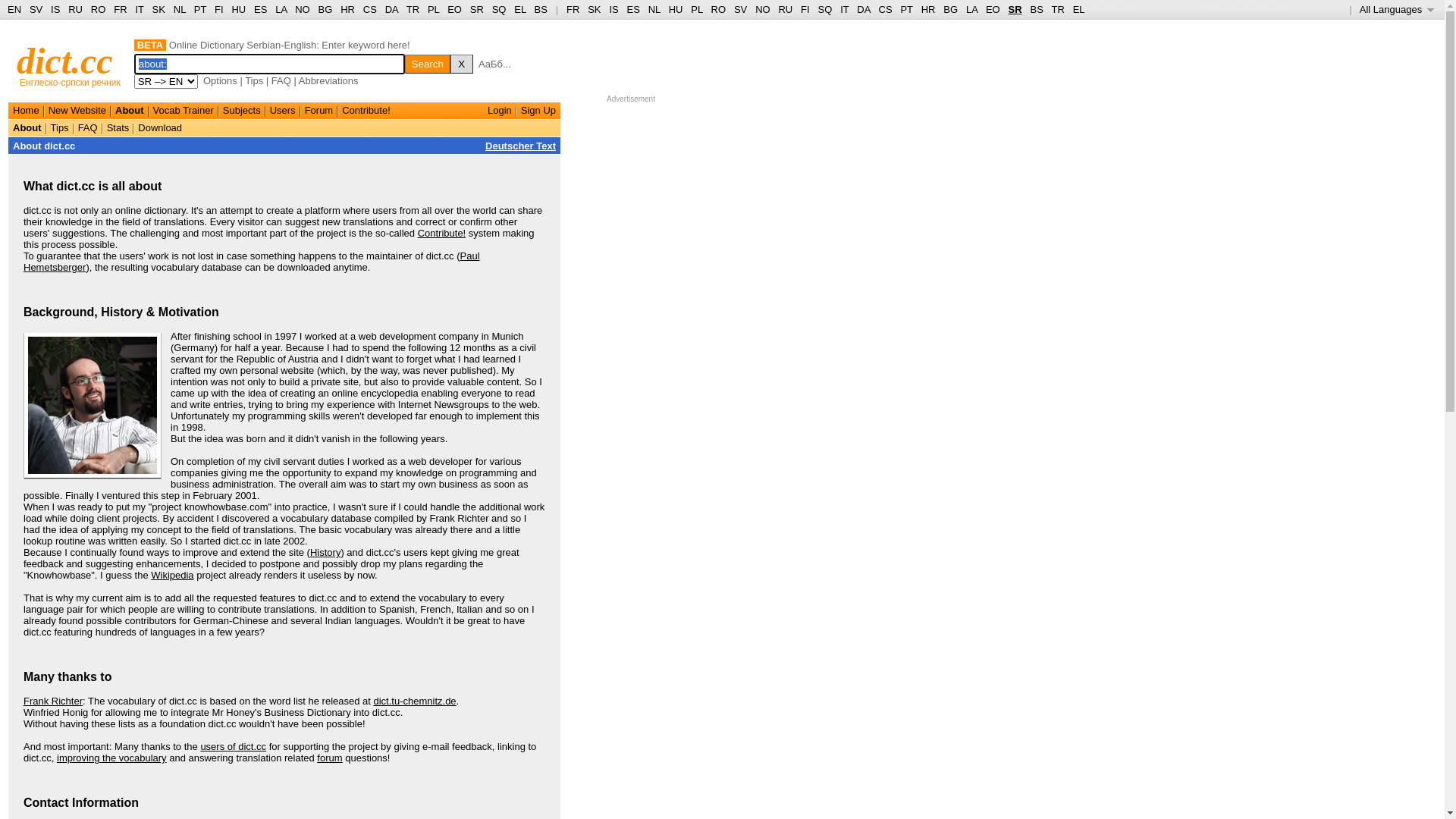  What do you see at coordinates (171, 575) in the screenshot?
I see `'Wikipedia'` at bounding box center [171, 575].